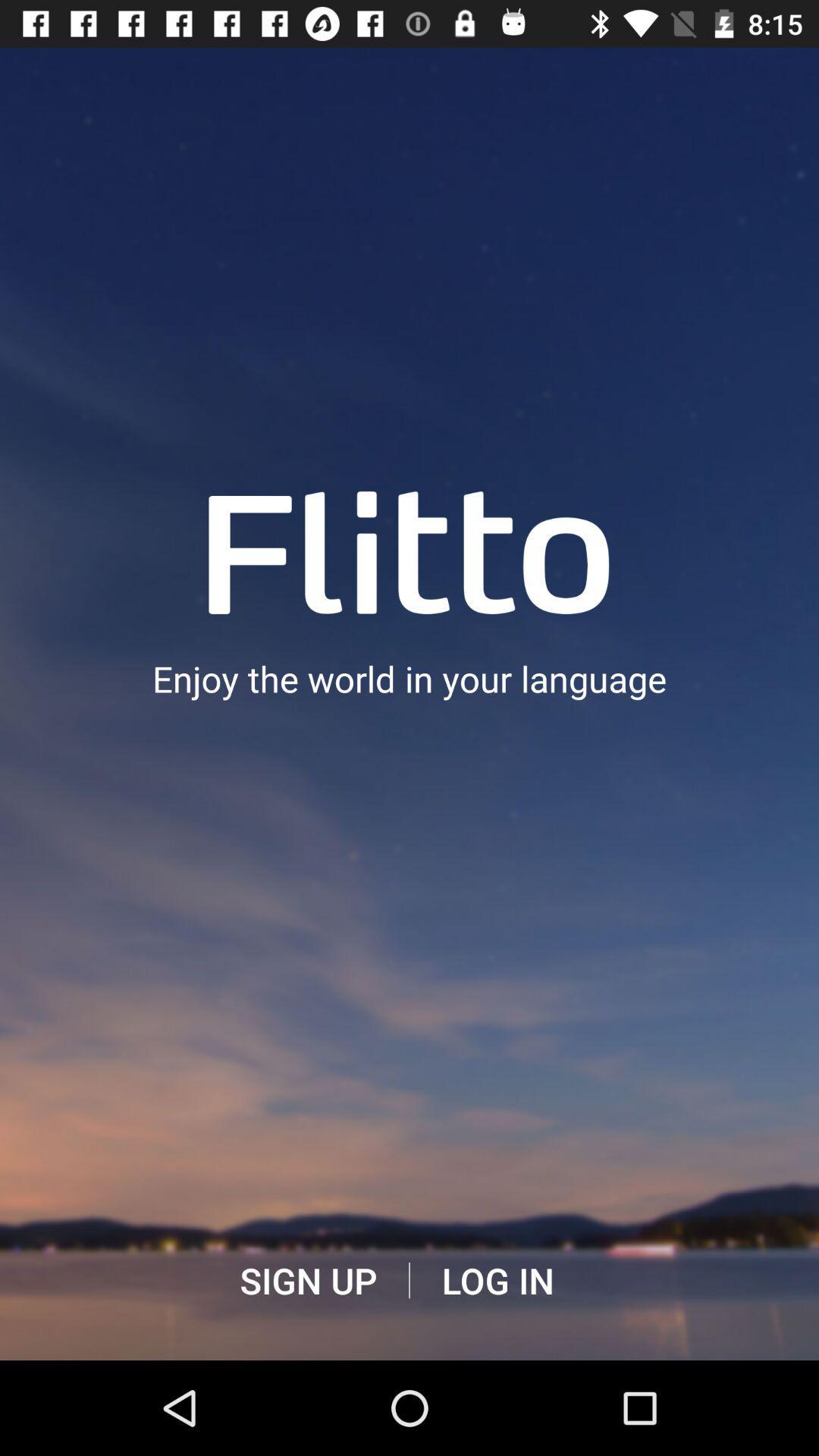  What do you see at coordinates (497, 1280) in the screenshot?
I see `item below enjoy the world icon` at bounding box center [497, 1280].